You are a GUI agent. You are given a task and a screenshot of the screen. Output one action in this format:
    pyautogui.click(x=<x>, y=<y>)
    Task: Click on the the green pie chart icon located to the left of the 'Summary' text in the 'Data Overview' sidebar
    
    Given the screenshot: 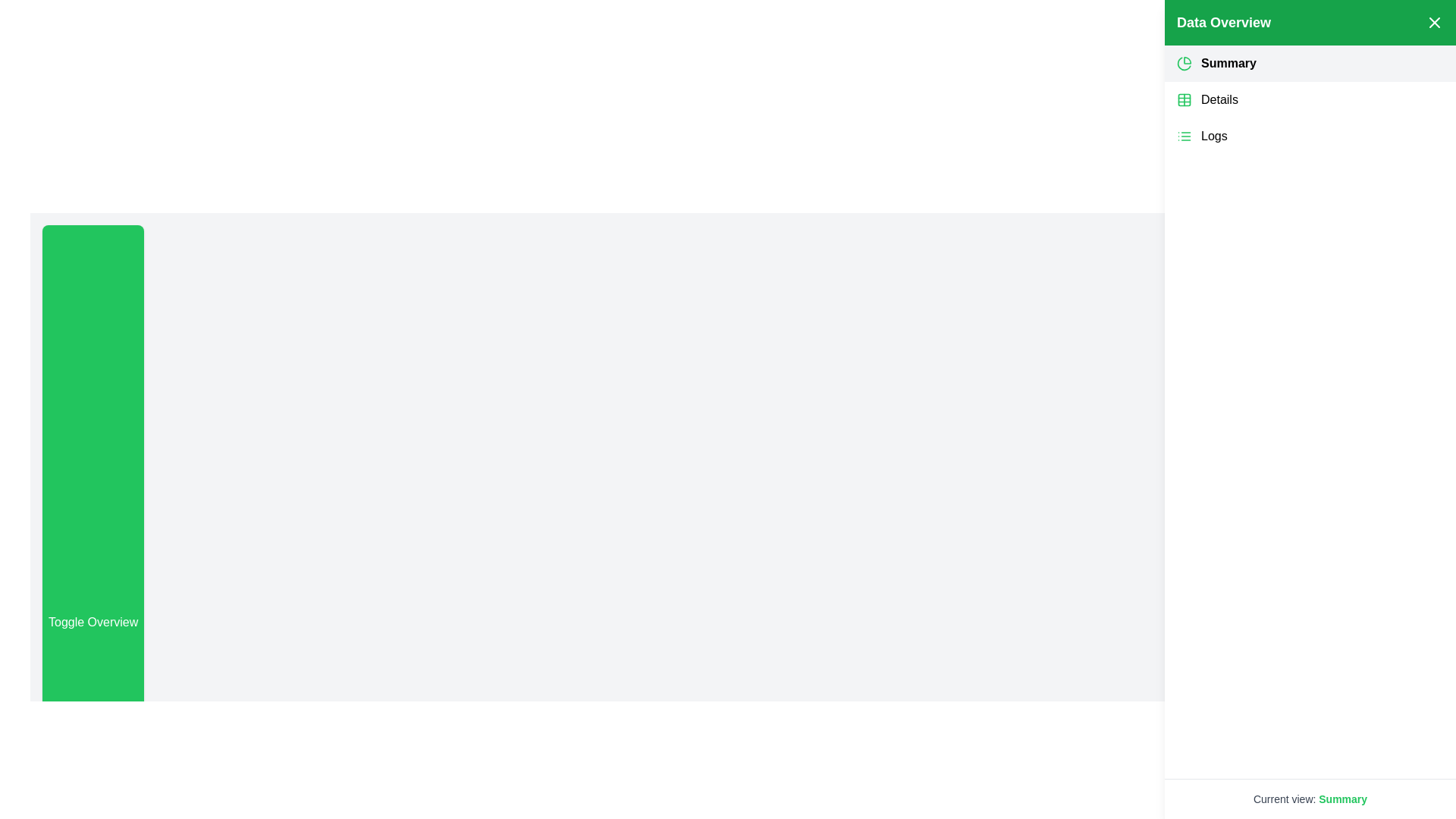 What is the action you would take?
    pyautogui.click(x=1183, y=63)
    